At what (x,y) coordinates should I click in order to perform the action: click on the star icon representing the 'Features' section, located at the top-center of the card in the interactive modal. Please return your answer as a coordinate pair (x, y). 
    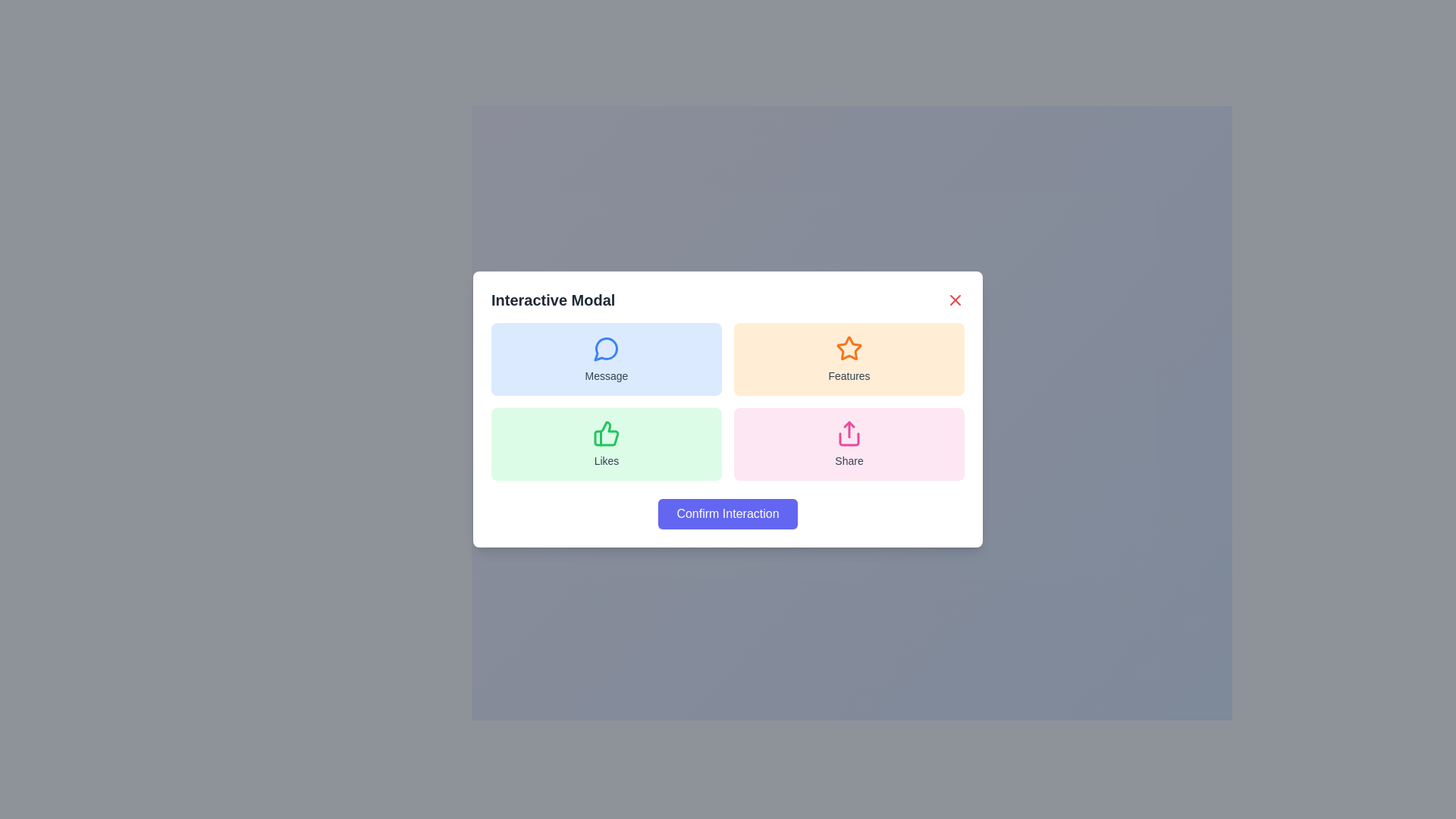
    Looking at the image, I should click on (848, 348).